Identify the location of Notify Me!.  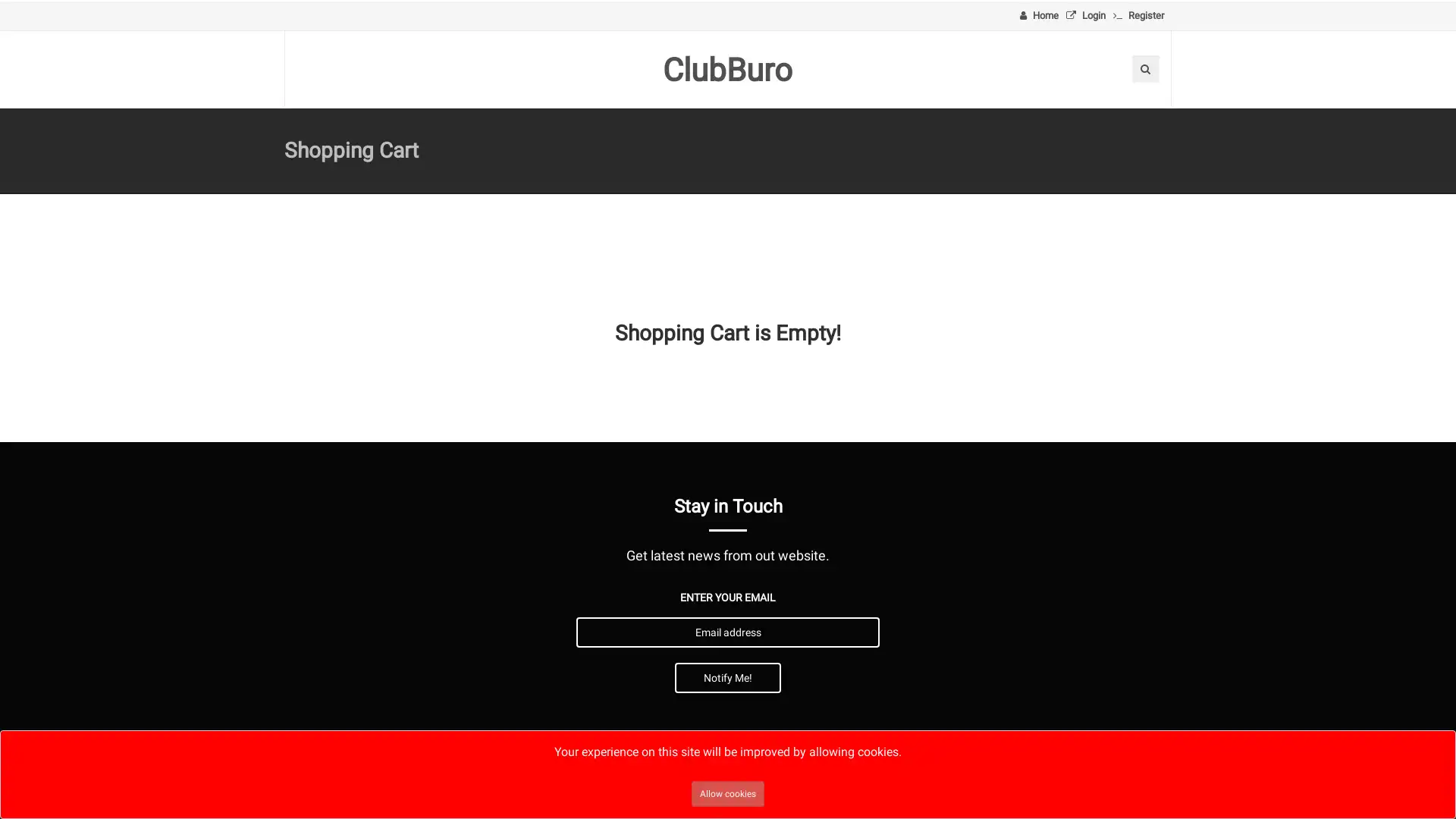
(728, 677).